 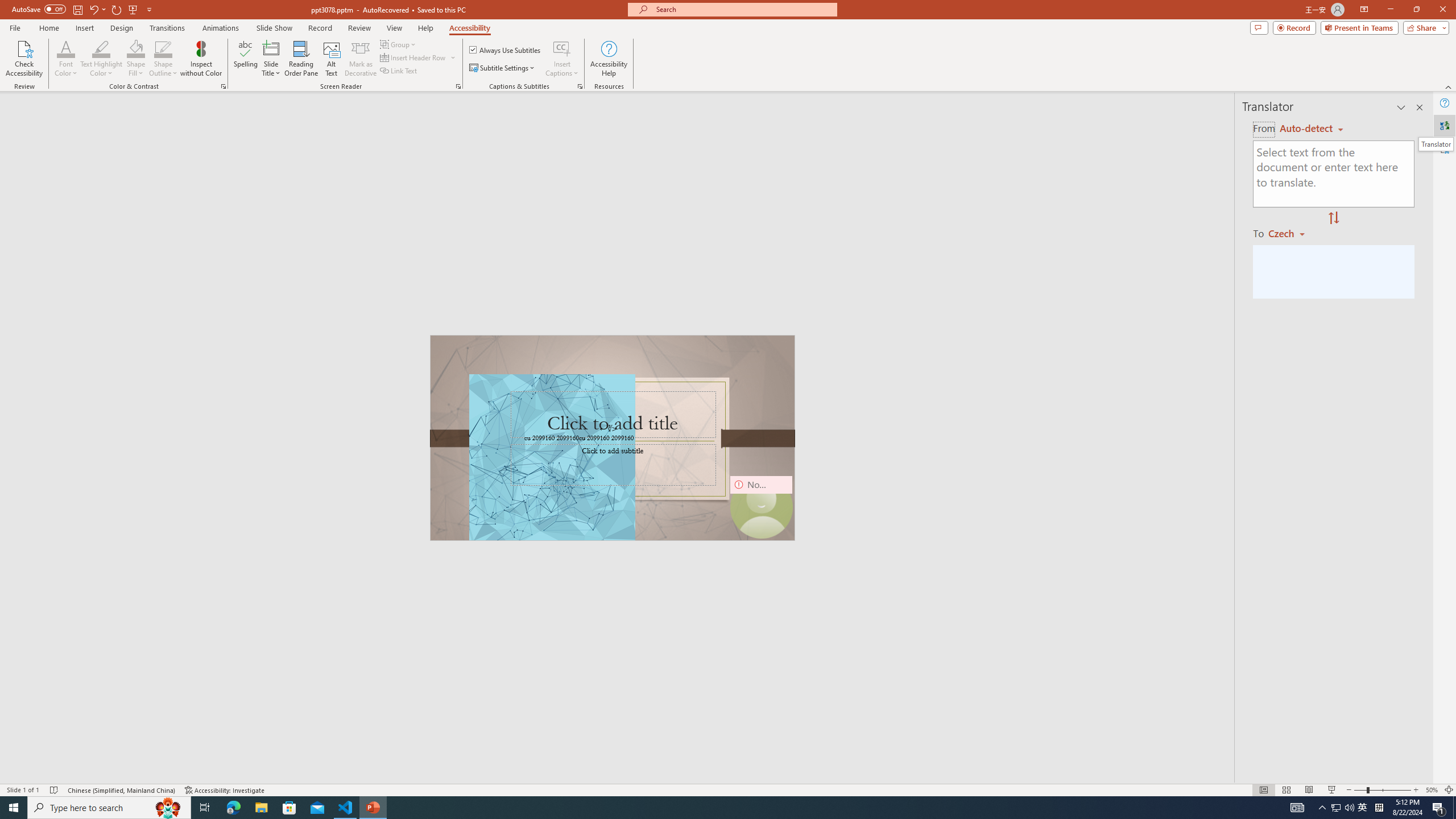 I want to click on 'Shape Outline', so click(x=164, y=59).